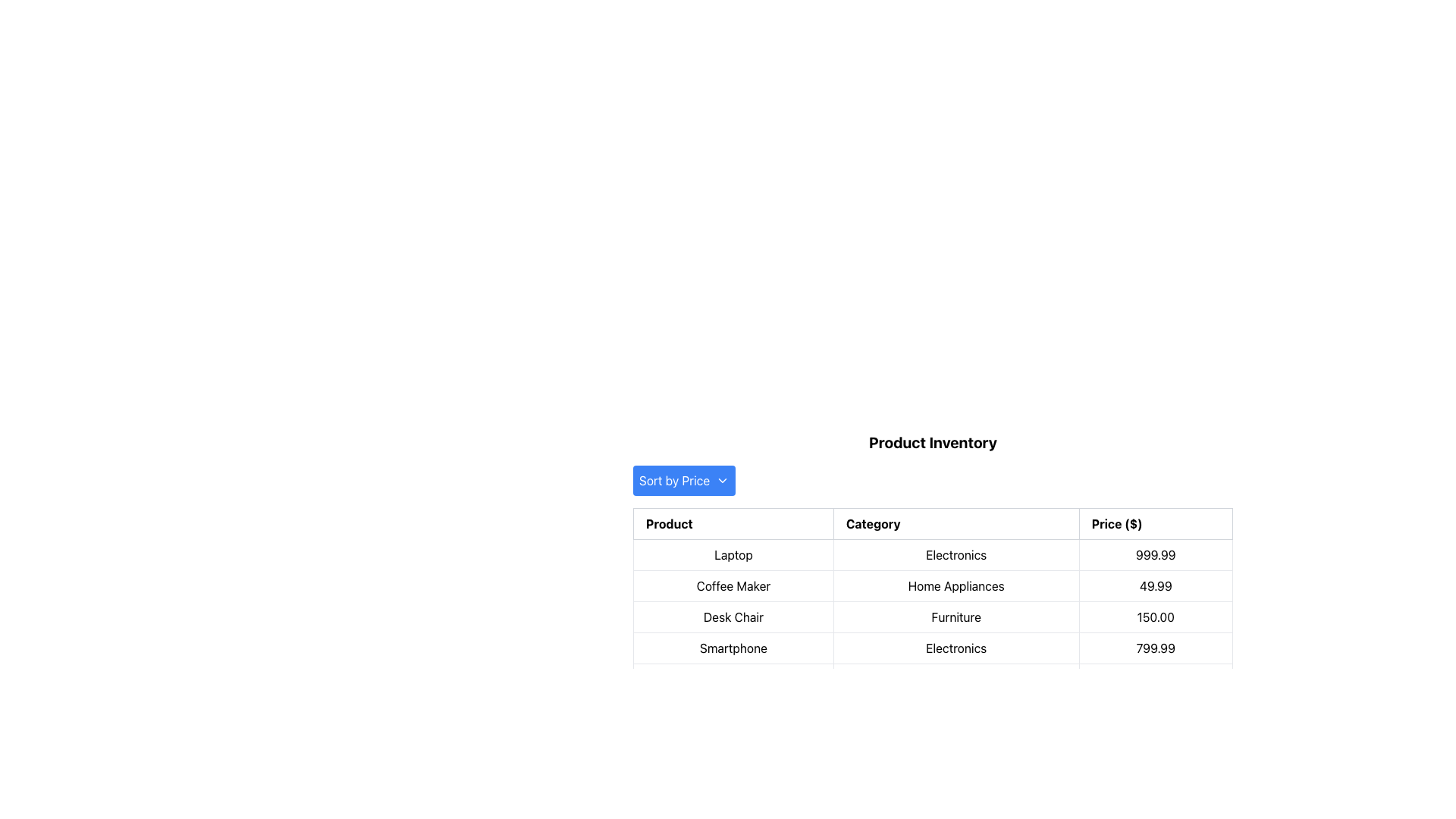 The height and width of the screenshot is (819, 1456). Describe the element at coordinates (955, 617) in the screenshot. I see `text from the 'Furniture' label located in the second cell of the third row under the 'Category' column in the table` at that location.